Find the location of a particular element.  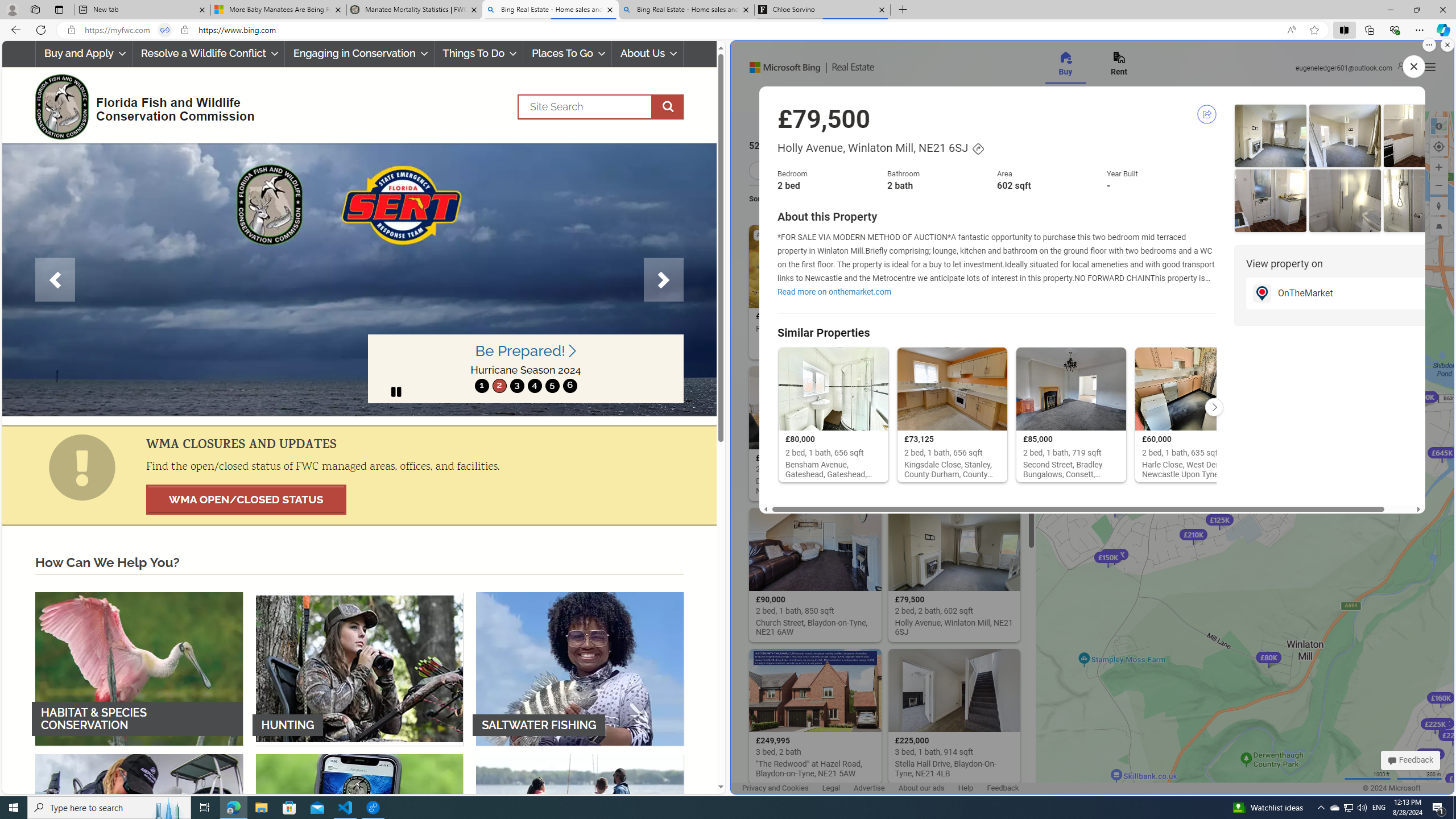

'Next' is located at coordinates (663, 279).